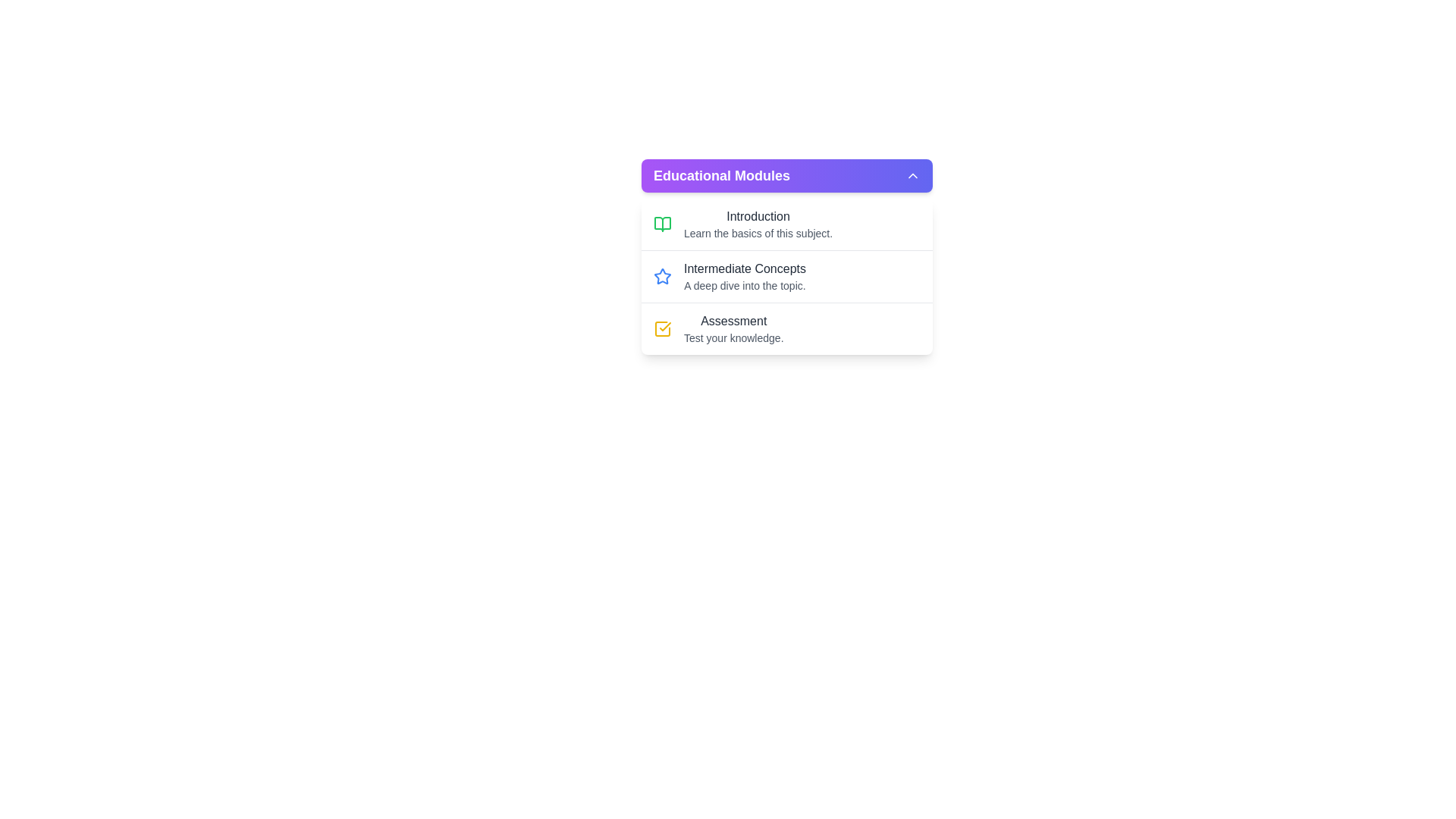  What do you see at coordinates (786, 276) in the screenshot?
I see `the selectable list item titled 'Intermediate Concepts' with a blue star icon` at bounding box center [786, 276].